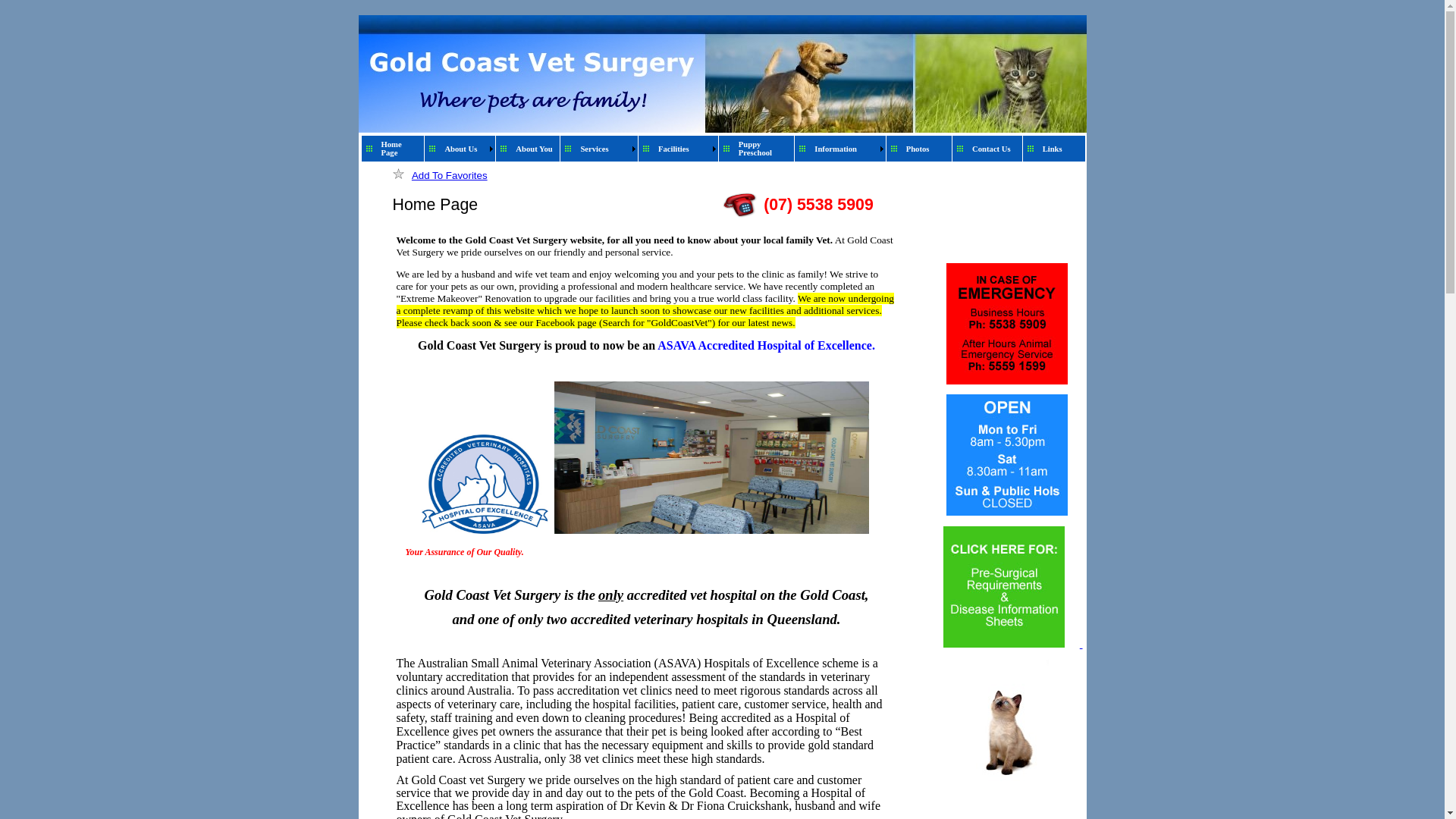 This screenshot has width=1456, height=819. What do you see at coordinates (463, 148) in the screenshot?
I see `'About Us'` at bounding box center [463, 148].